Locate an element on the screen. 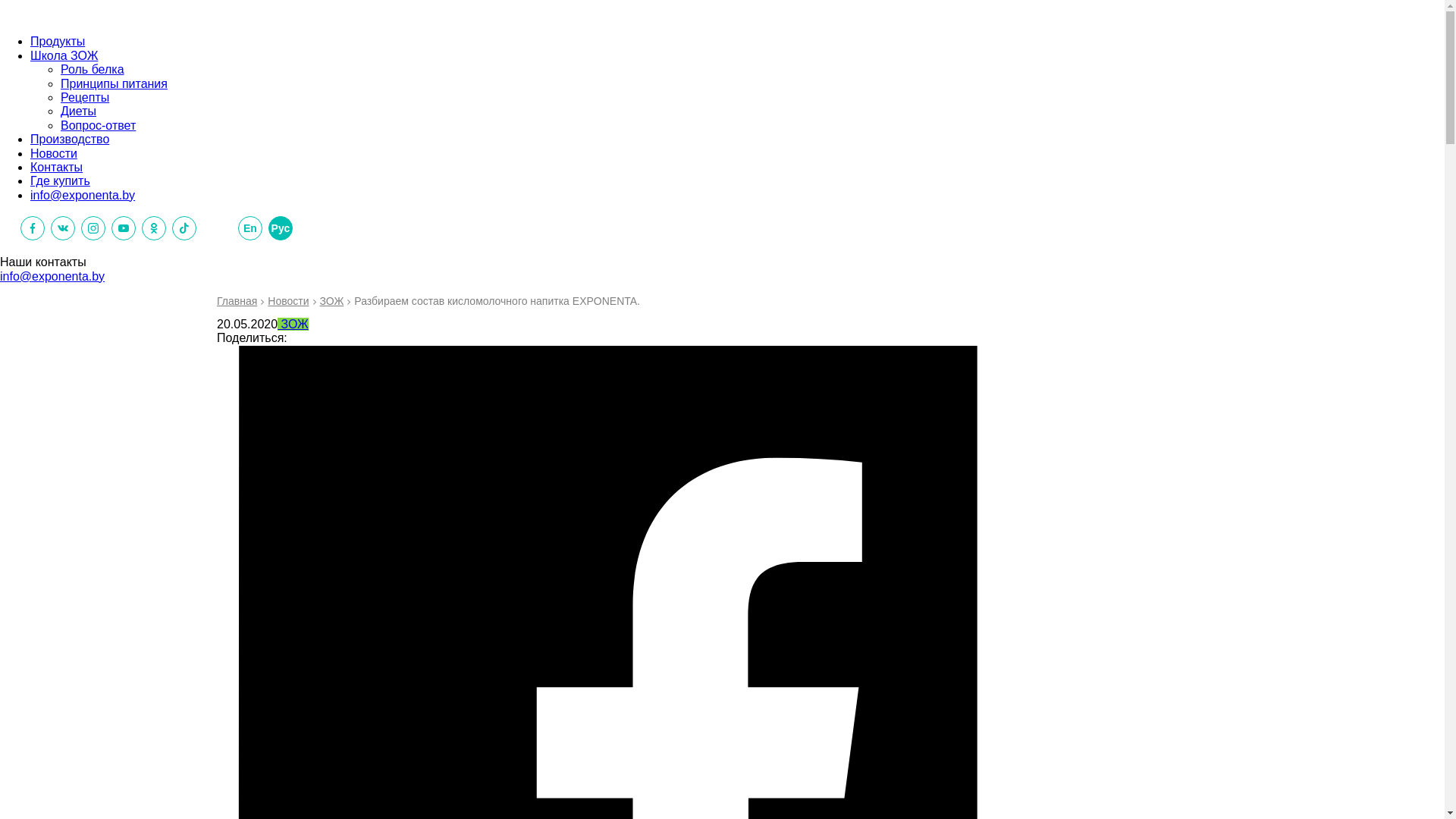 The width and height of the screenshot is (1456, 819). 'En' is located at coordinates (237, 227).